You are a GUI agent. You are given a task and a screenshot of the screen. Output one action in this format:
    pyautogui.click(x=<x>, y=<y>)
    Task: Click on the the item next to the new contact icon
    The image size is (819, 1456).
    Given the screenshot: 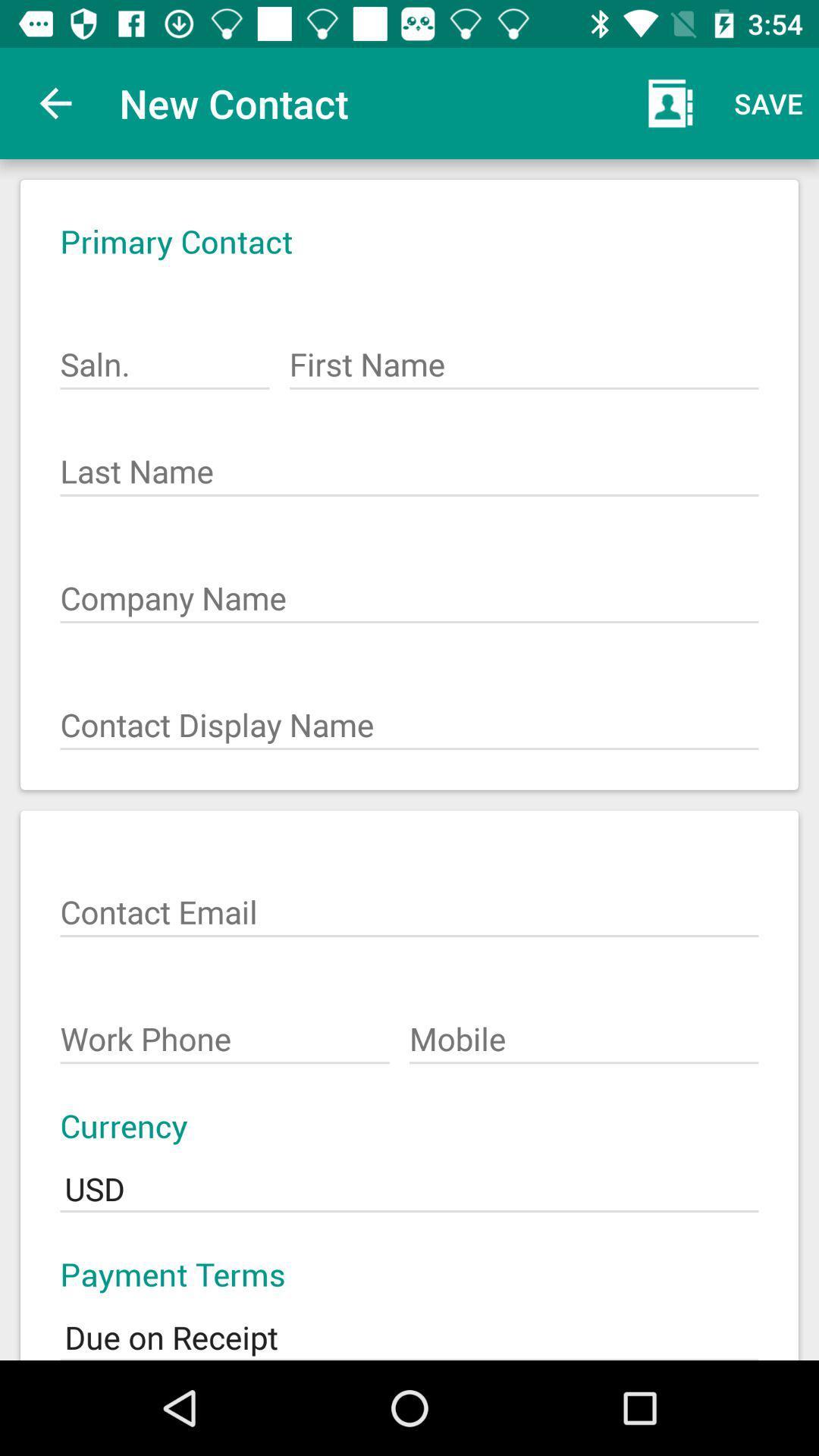 What is the action you would take?
    pyautogui.click(x=55, y=102)
    